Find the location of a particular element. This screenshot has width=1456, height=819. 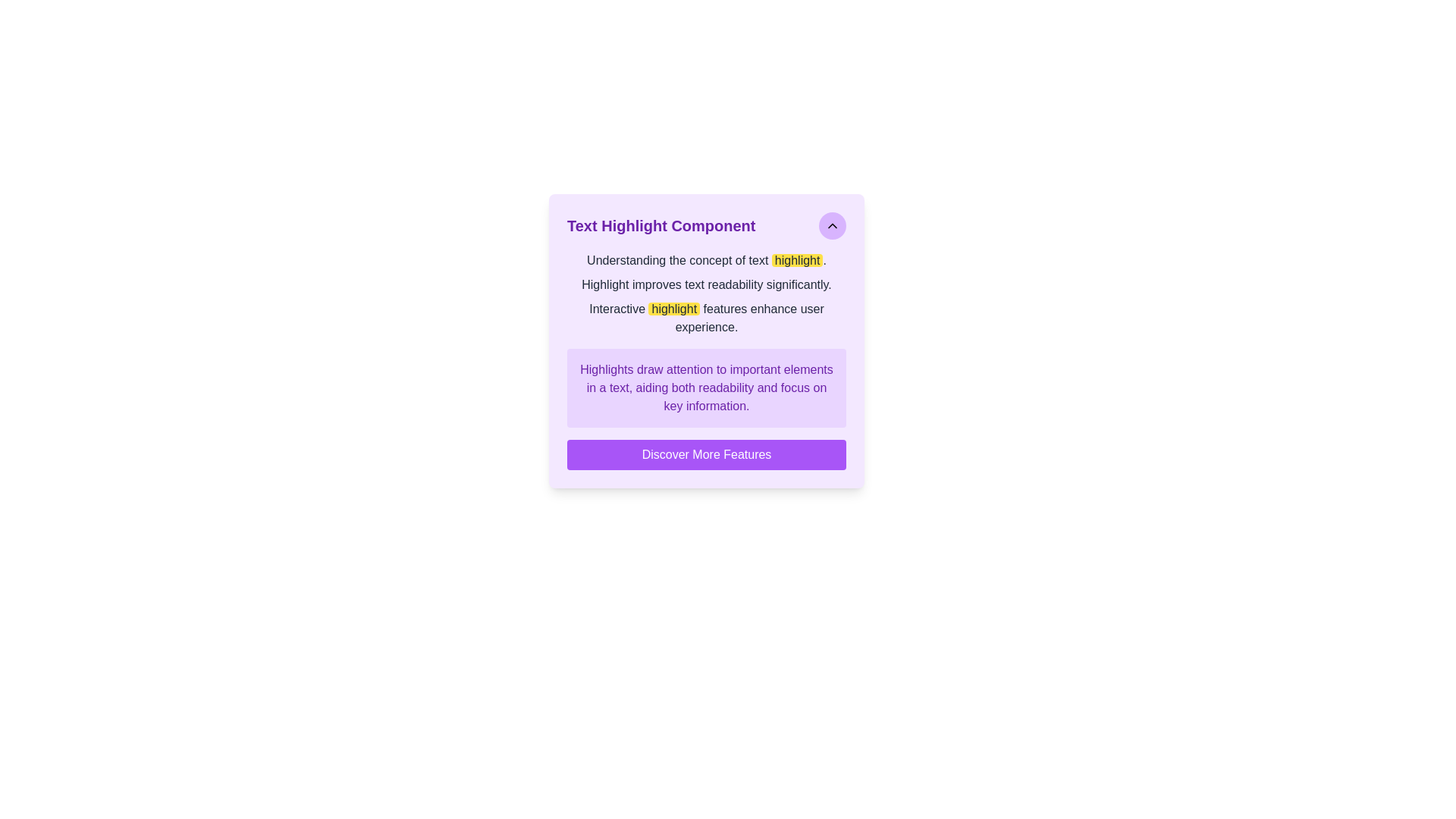

the purple rounded button with an upward chevron icon located in the top-right section of the 'Text Highlight Component' is located at coordinates (832, 225).